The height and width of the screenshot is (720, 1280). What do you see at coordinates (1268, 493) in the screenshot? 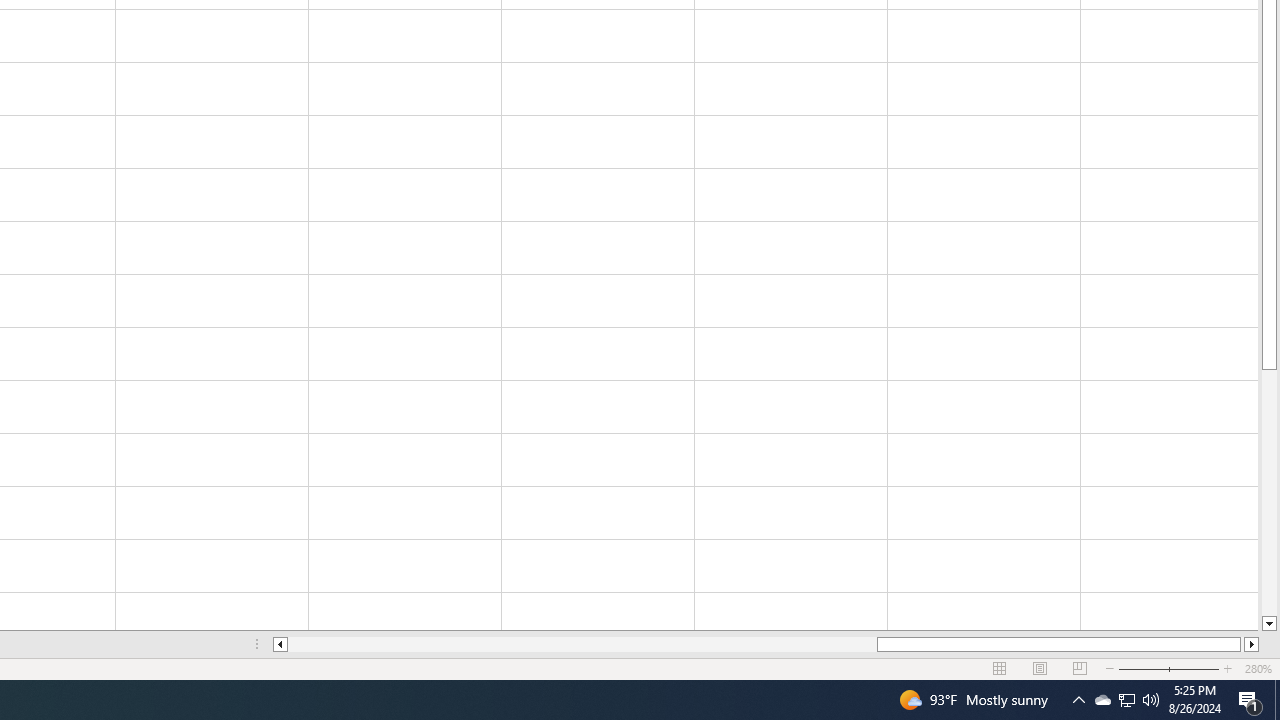
I see `'Page down'` at bounding box center [1268, 493].